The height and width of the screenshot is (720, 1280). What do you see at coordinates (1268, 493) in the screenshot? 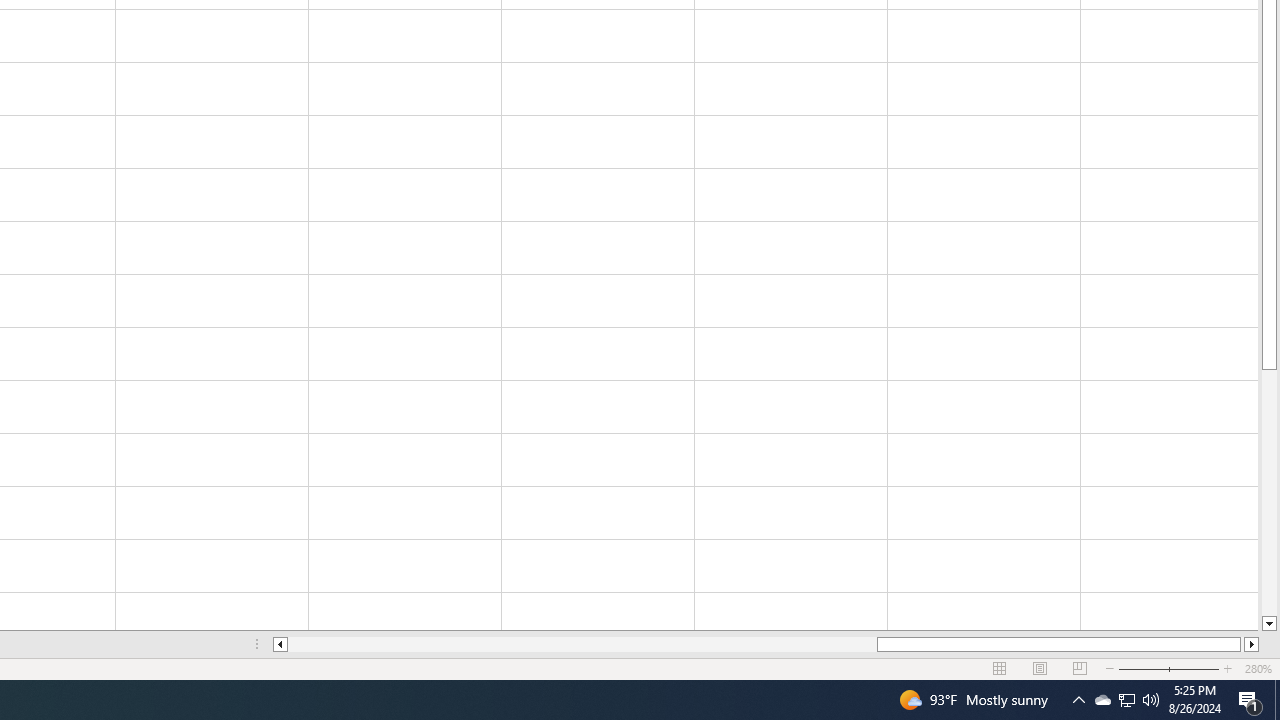
I see `'Page down'` at bounding box center [1268, 493].